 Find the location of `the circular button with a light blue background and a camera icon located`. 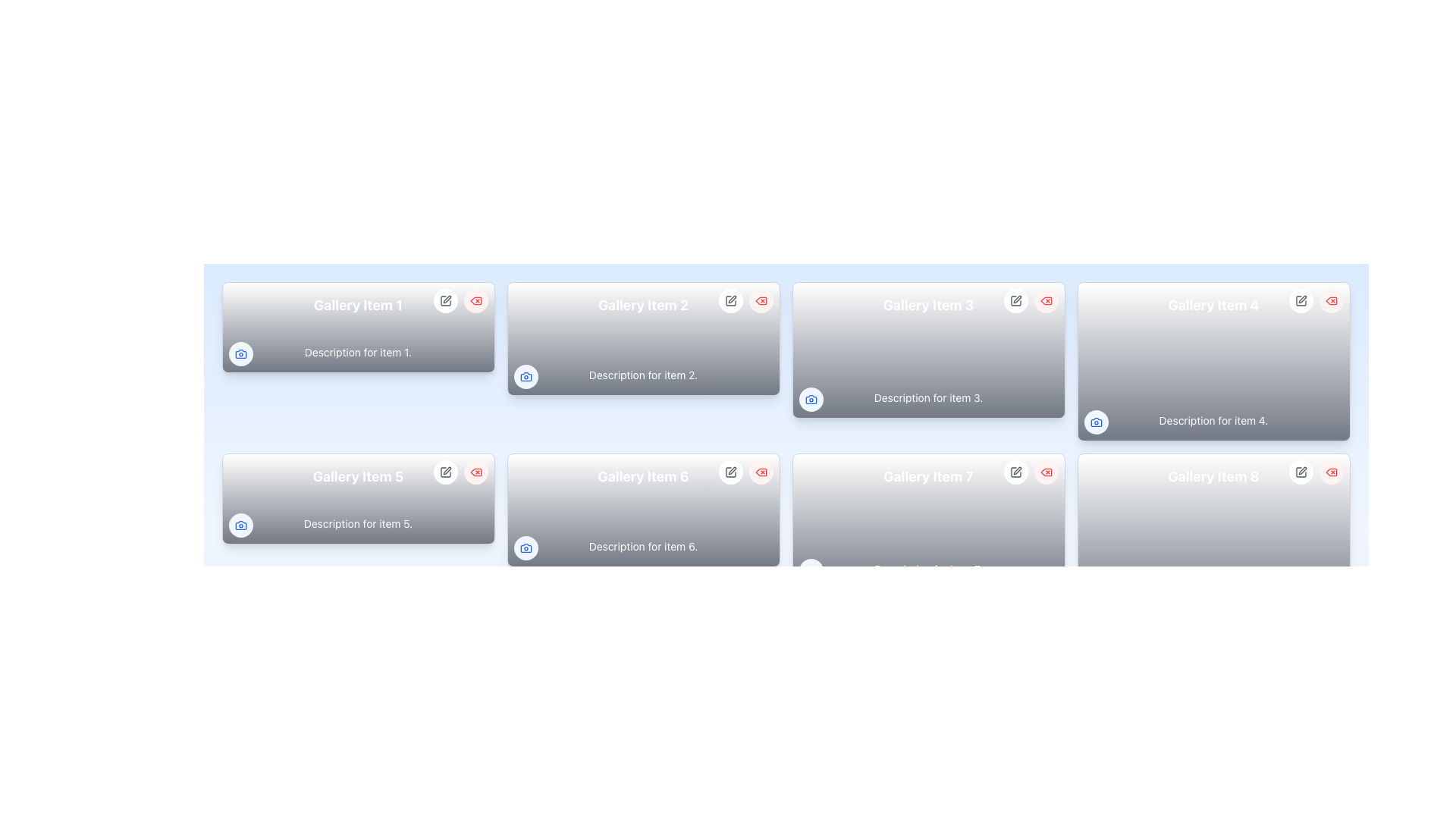

the circular button with a light blue background and a camera icon located is located at coordinates (240, 525).